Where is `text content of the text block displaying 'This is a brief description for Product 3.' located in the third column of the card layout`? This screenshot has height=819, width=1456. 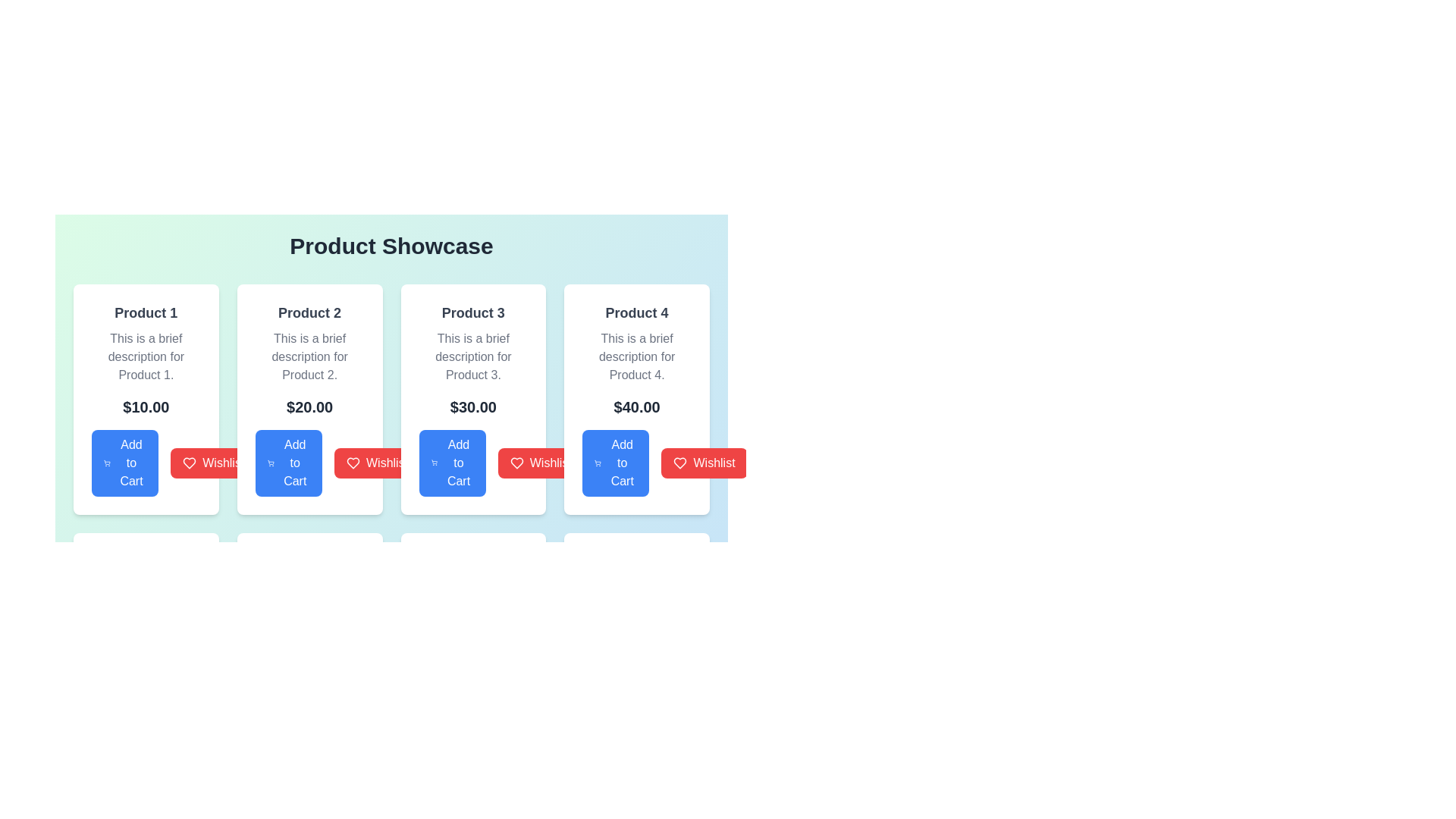 text content of the text block displaying 'This is a brief description for Product 3.' located in the third column of the card layout is located at coordinates (472, 356).